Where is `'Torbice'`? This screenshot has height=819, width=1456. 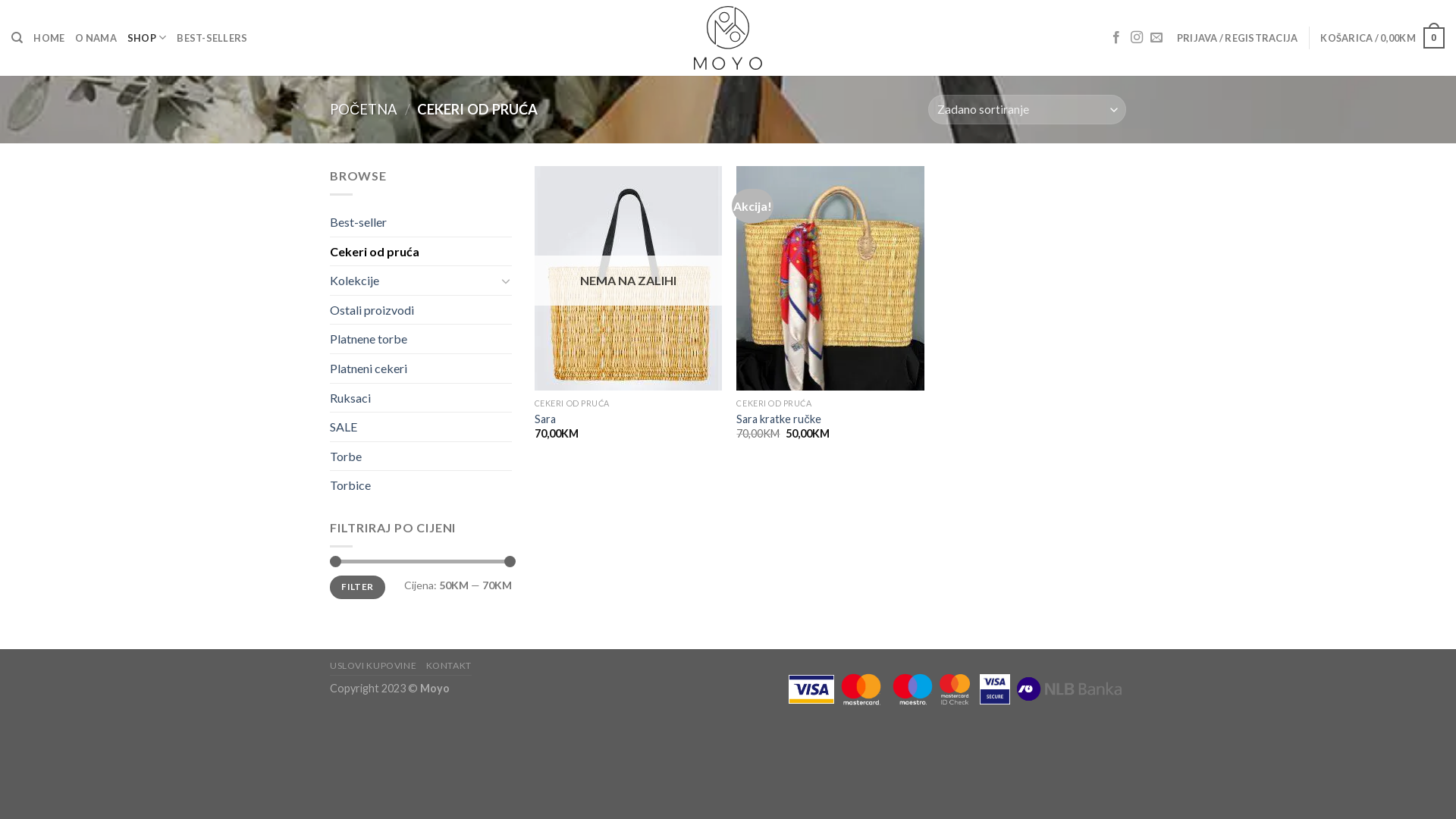
'Torbice' is located at coordinates (421, 485).